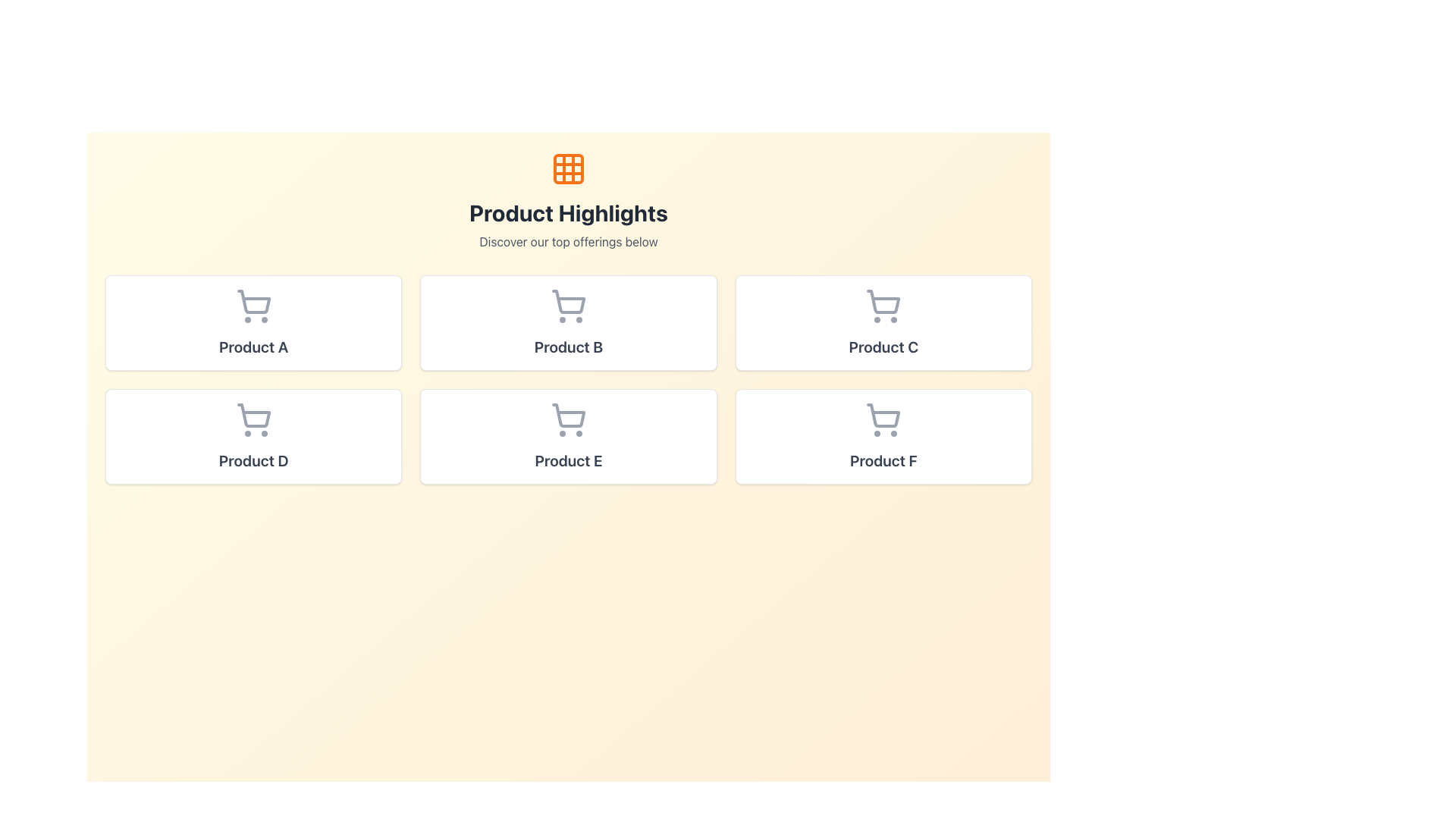  What do you see at coordinates (567, 306) in the screenshot?
I see `the shopping cart icon located at the top center of the 'Product B' card, which indicates the option to add items to the cart for purchase` at bounding box center [567, 306].